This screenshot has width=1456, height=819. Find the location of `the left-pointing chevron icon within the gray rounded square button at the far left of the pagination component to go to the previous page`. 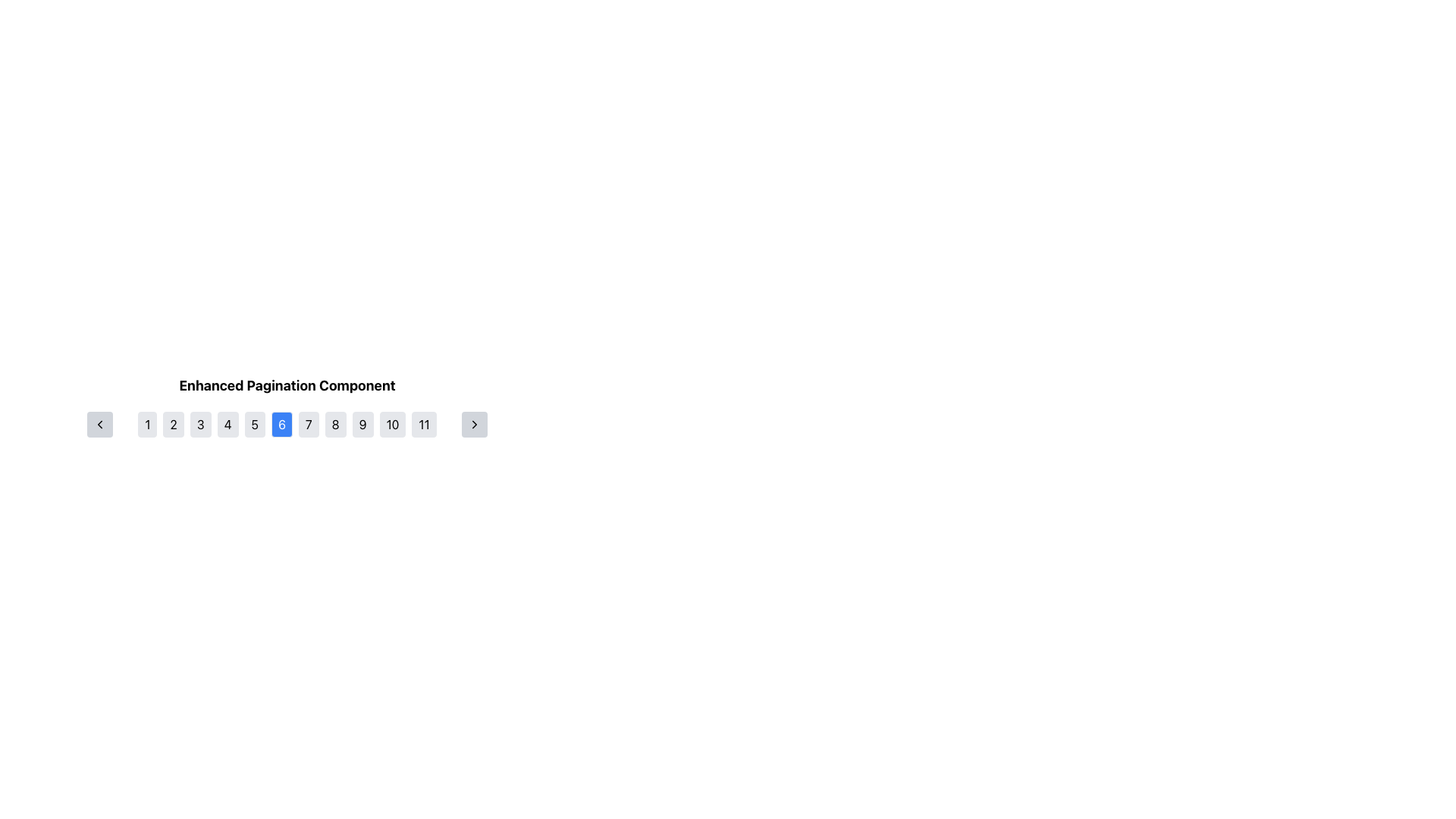

the left-pointing chevron icon within the gray rounded square button at the far left of the pagination component to go to the previous page is located at coordinates (99, 424).